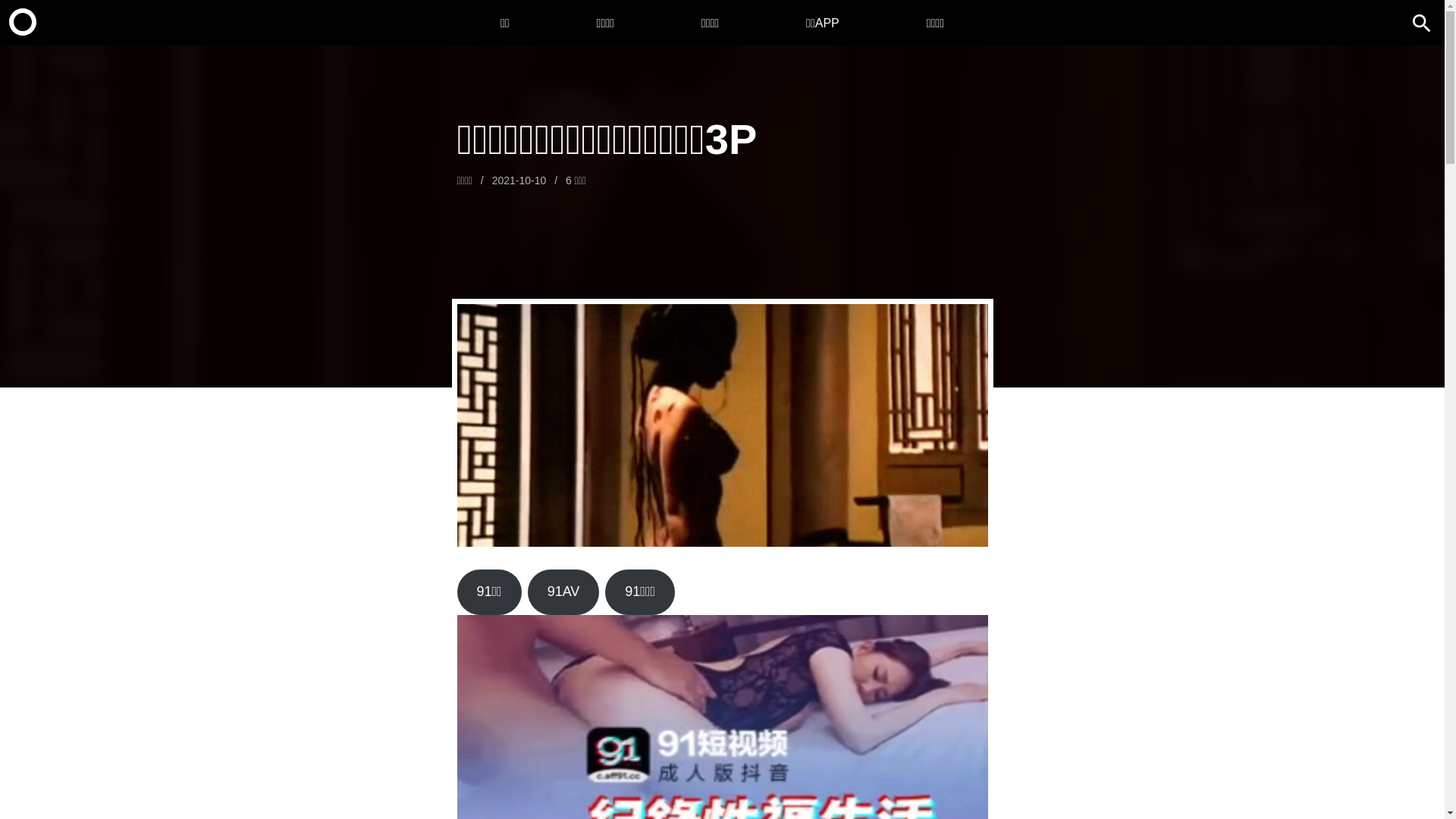  Describe the element at coordinates (528, 591) in the screenshot. I see `'91AV'` at that location.